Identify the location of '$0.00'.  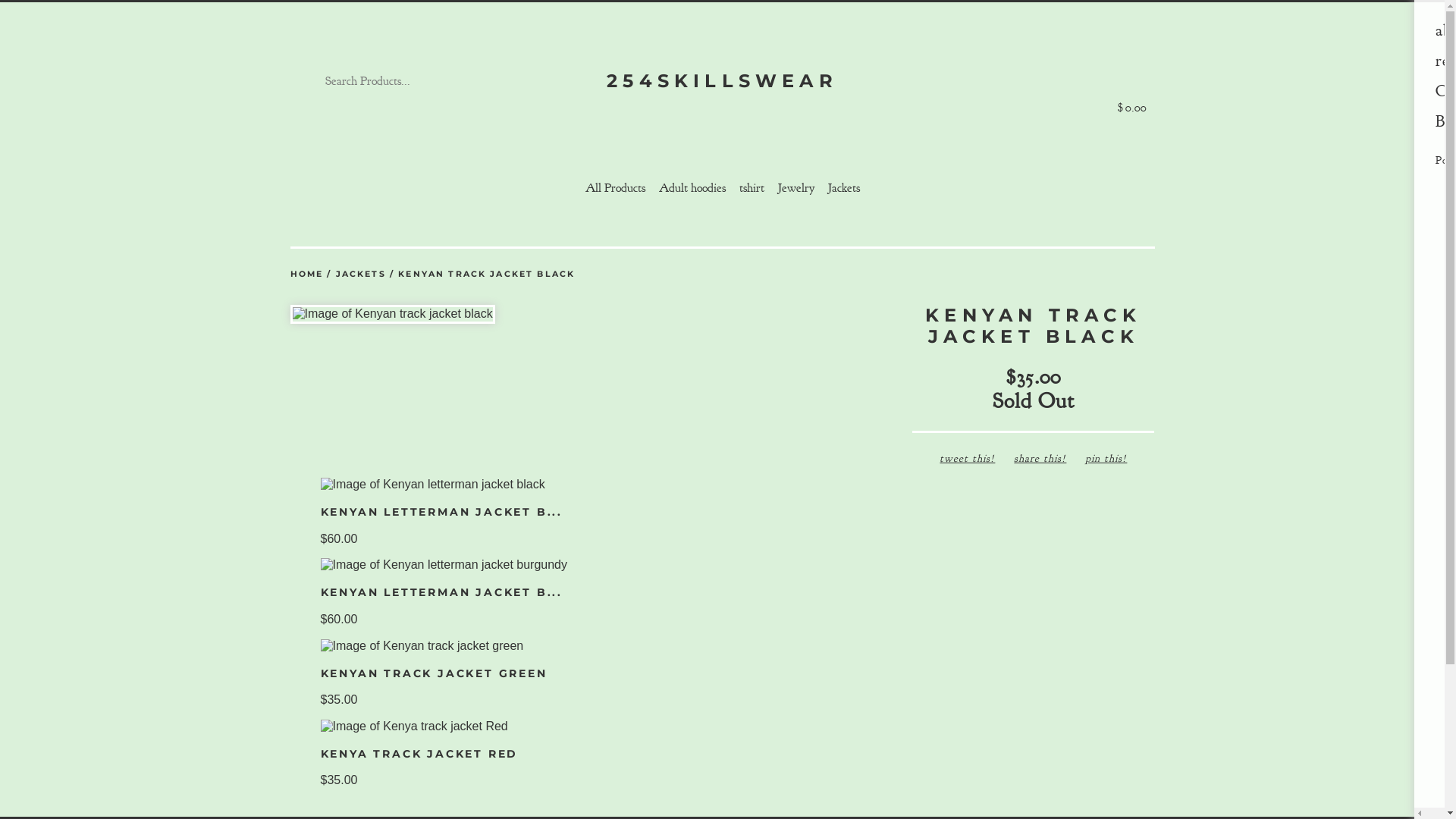
(1131, 81).